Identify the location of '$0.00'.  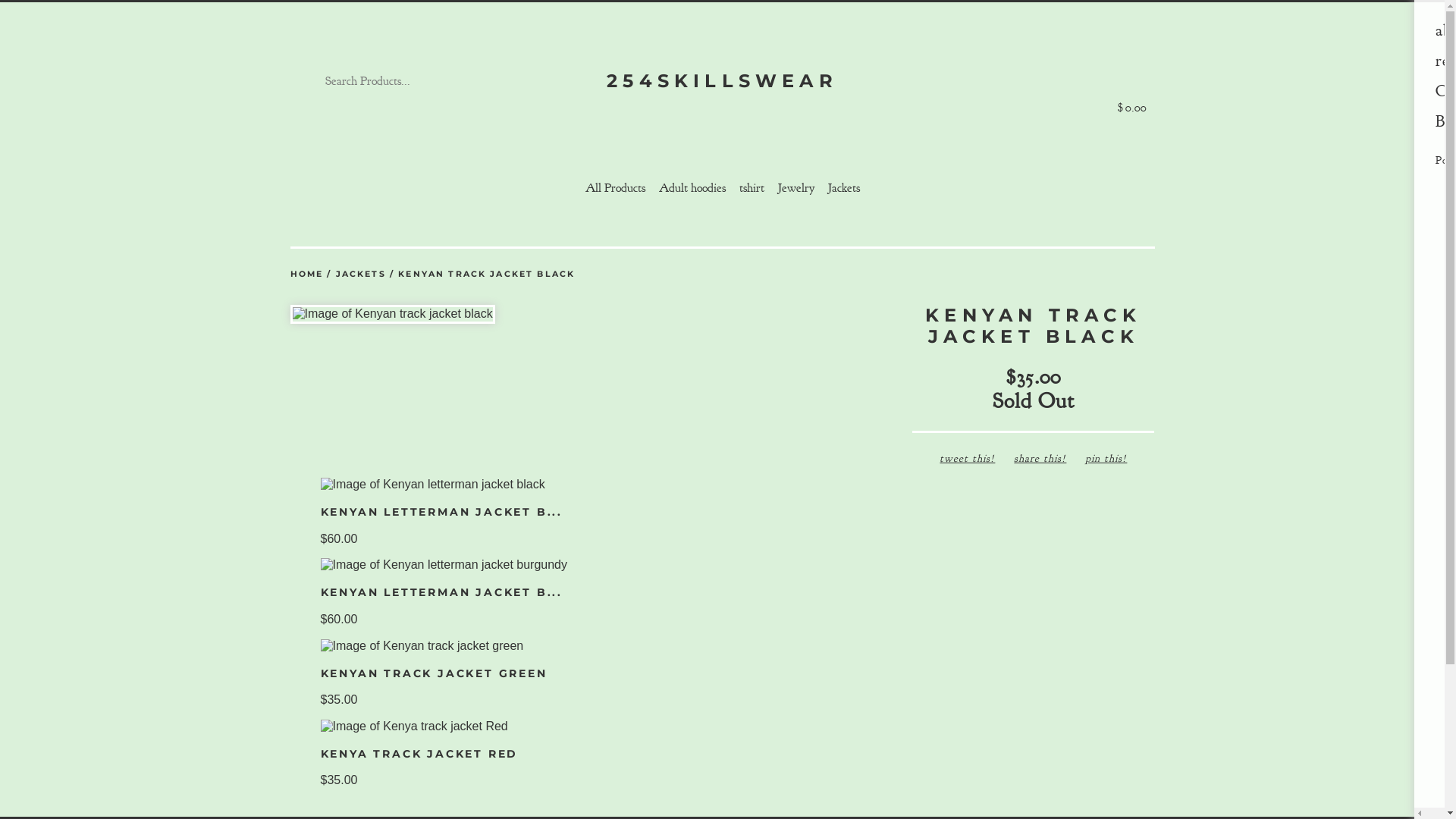
(1131, 81).